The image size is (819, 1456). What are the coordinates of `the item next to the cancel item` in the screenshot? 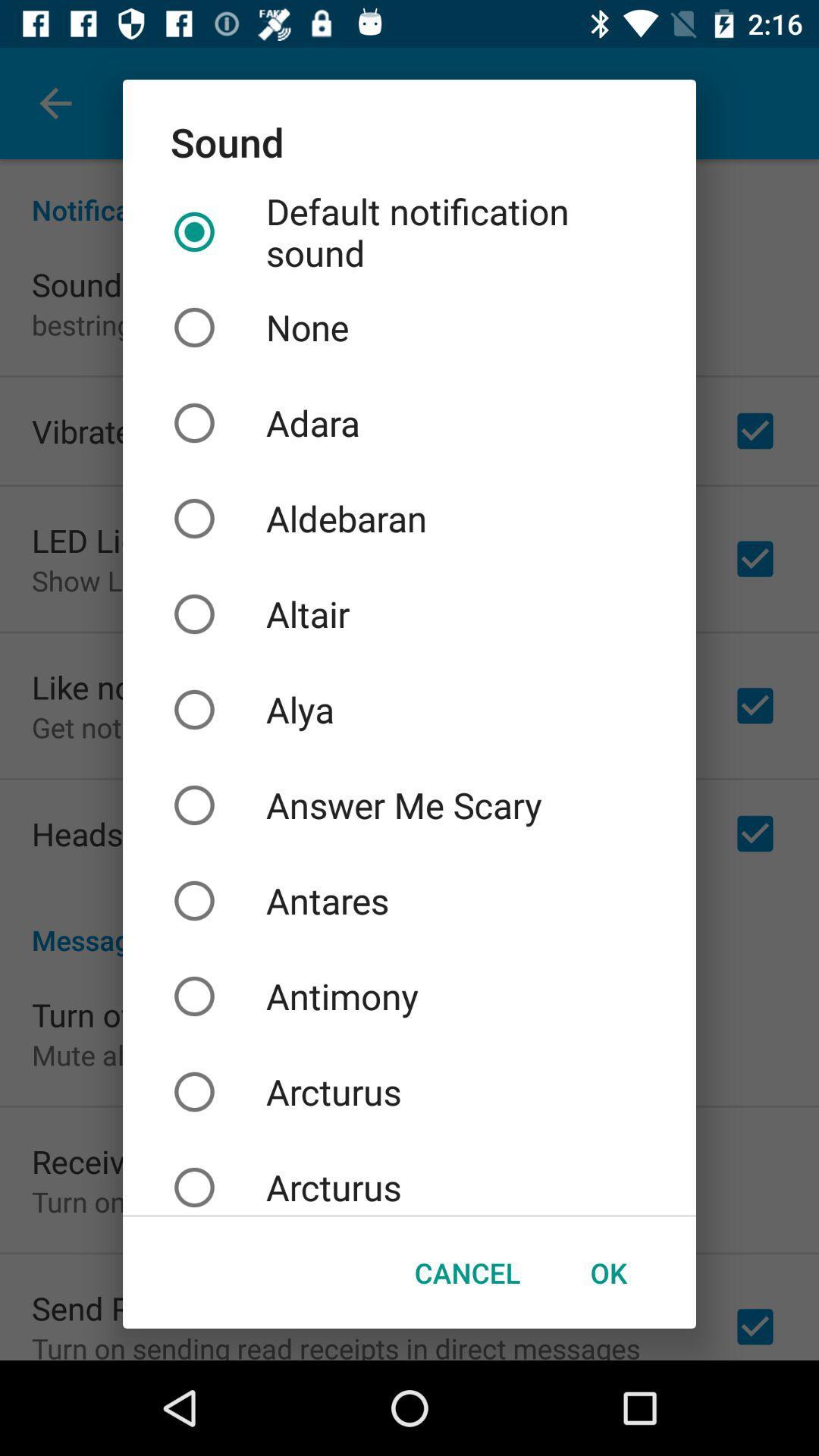 It's located at (607, 1272).